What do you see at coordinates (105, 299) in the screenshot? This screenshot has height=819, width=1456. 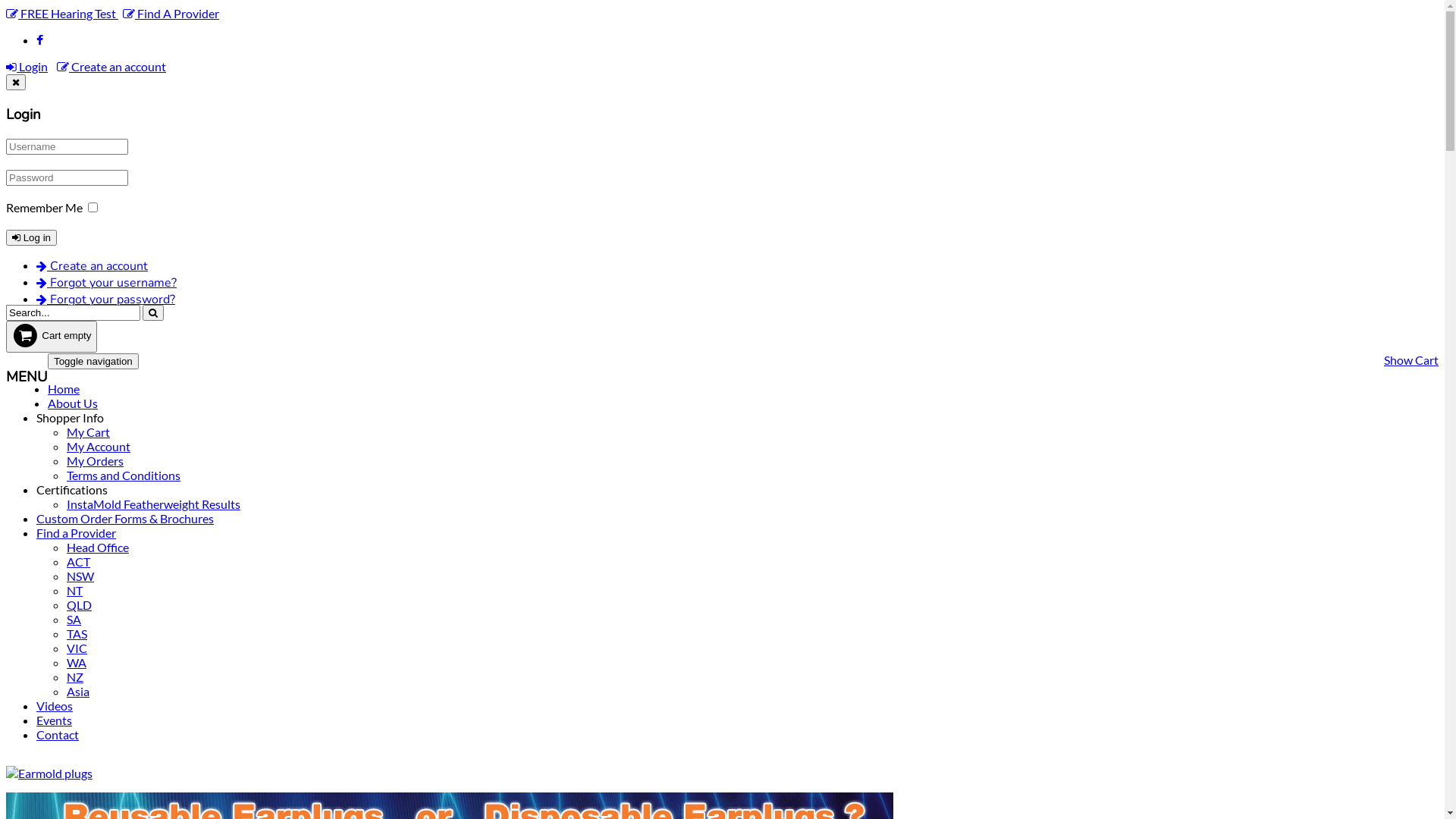 I see `'Forgot your password?'` at bounding box center [105, 299].